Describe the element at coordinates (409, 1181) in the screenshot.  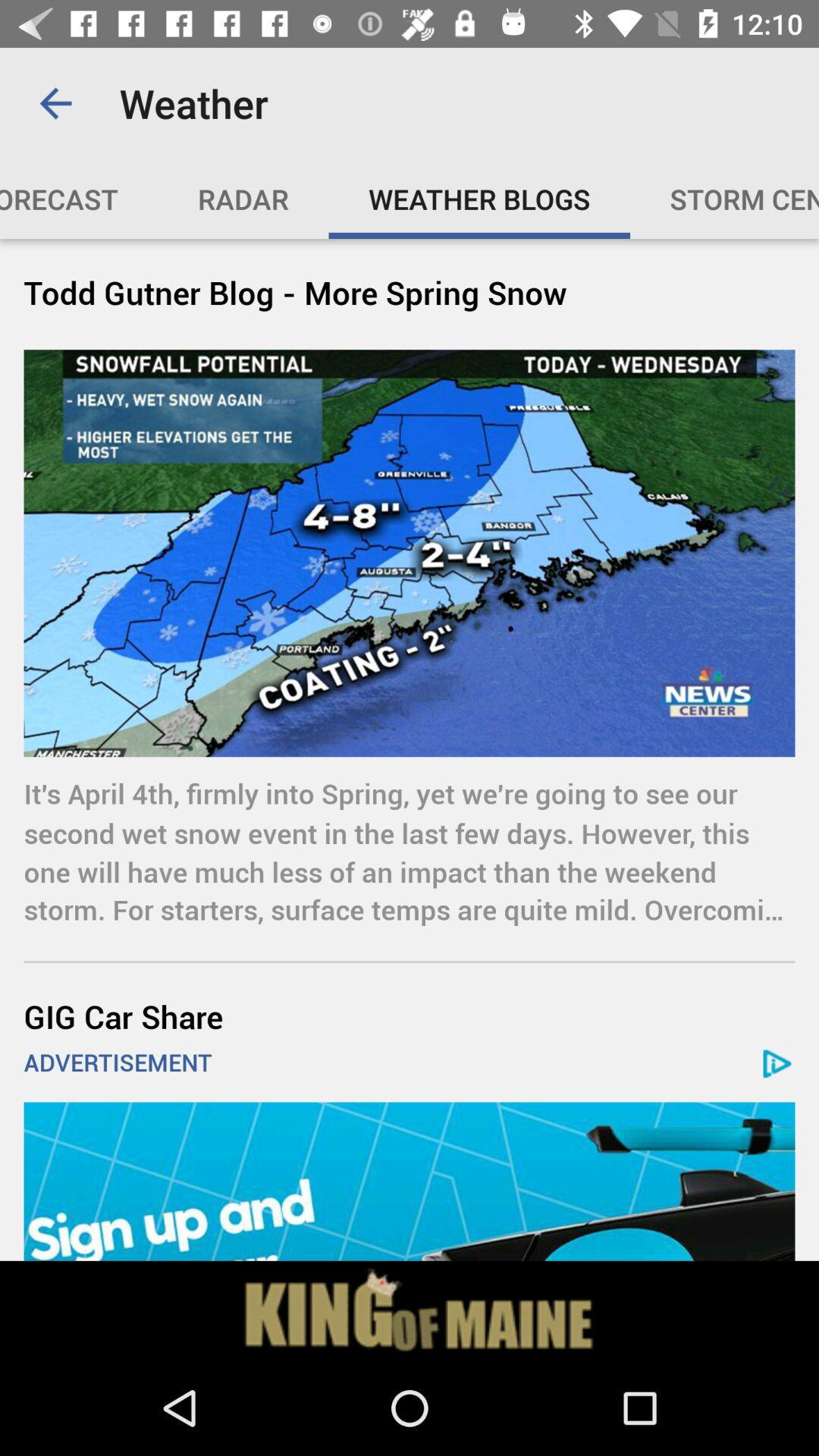
I see `click on advertisement` at that location.